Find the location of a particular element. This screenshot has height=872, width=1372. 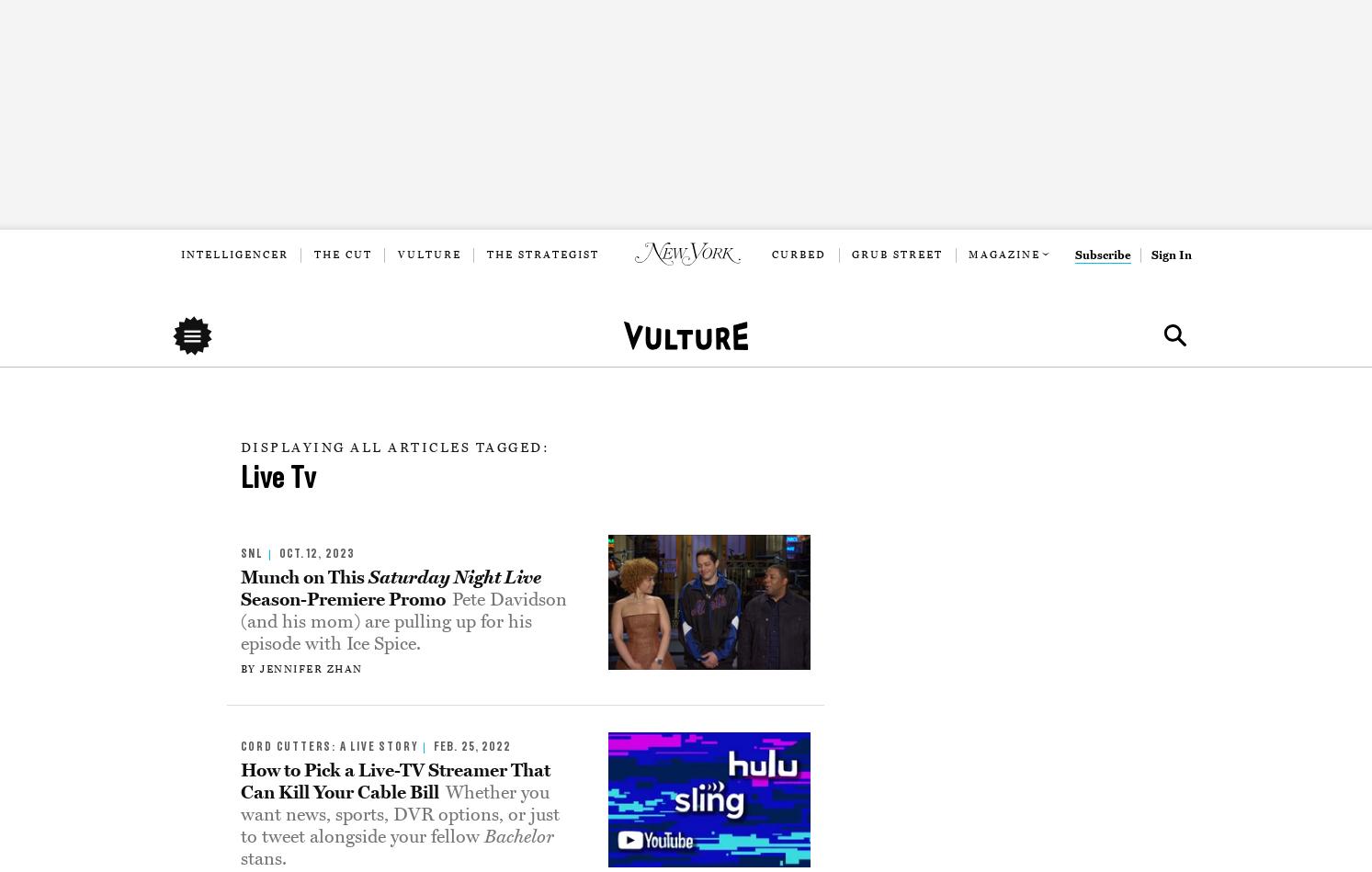

'snl' is located at coordinates (251, 553).